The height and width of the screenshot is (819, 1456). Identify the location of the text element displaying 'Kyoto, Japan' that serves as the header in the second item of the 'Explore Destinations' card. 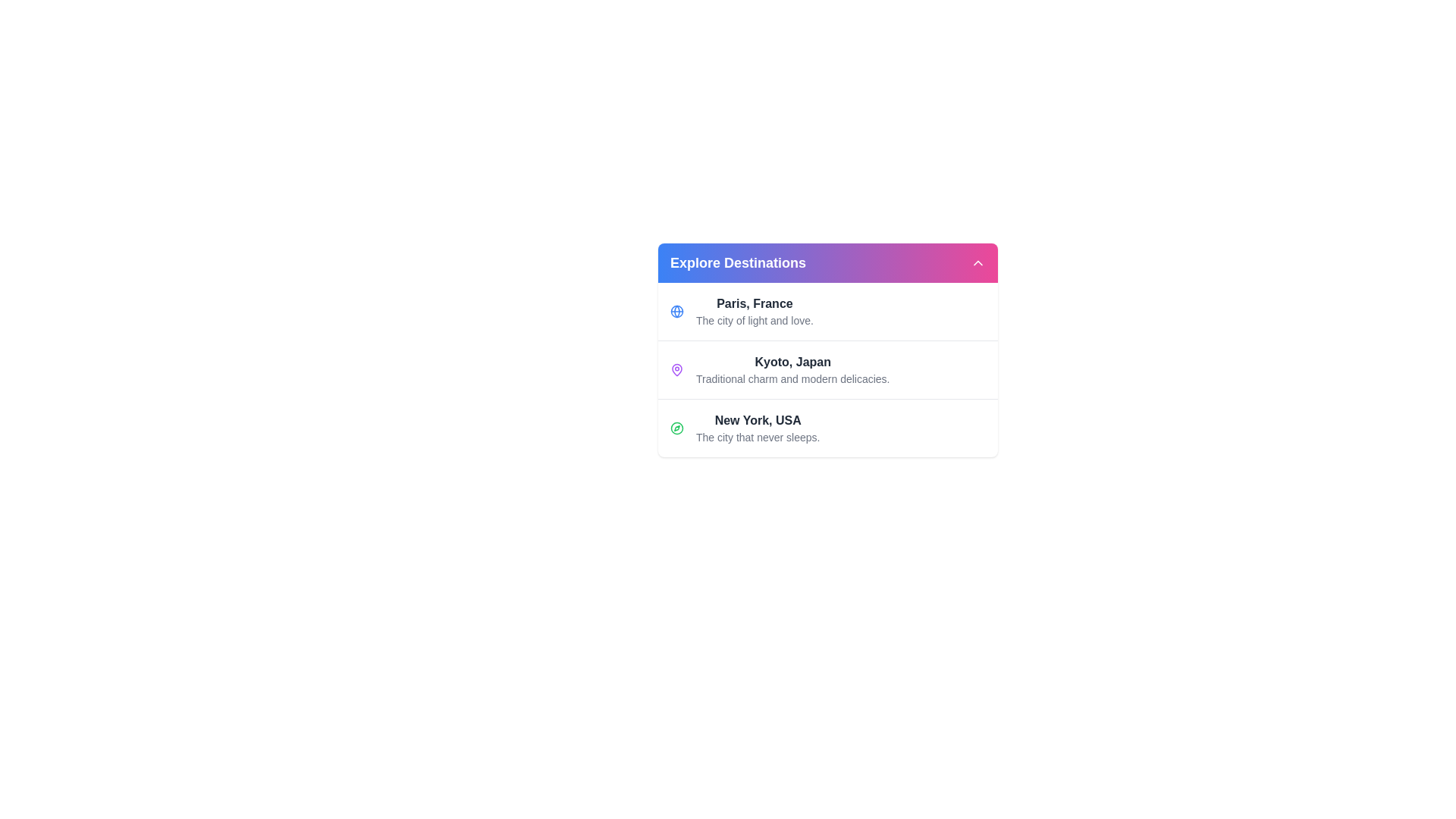
(792, 362).